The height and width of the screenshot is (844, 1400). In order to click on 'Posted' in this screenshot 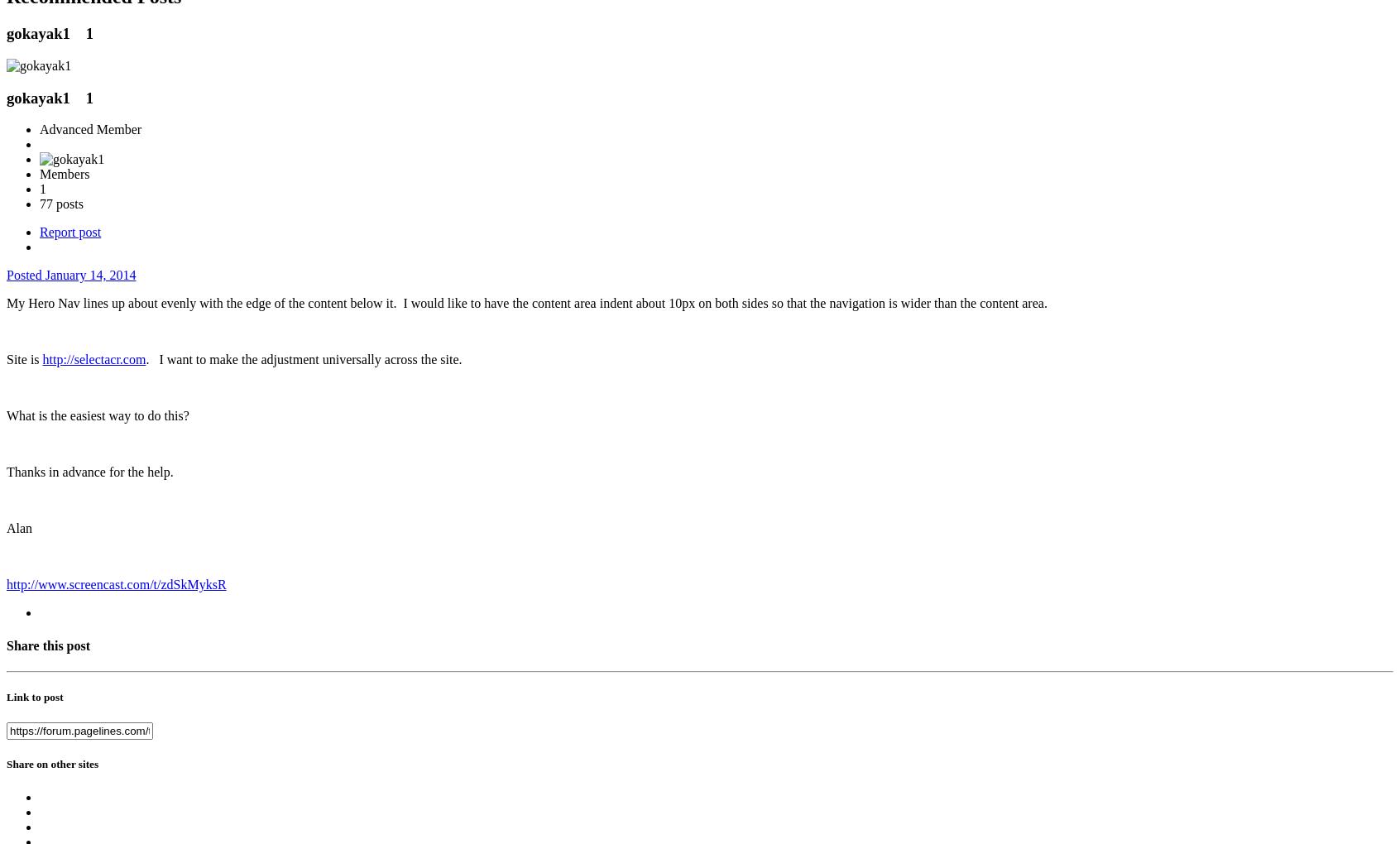, I will do `click(24, 275)`.